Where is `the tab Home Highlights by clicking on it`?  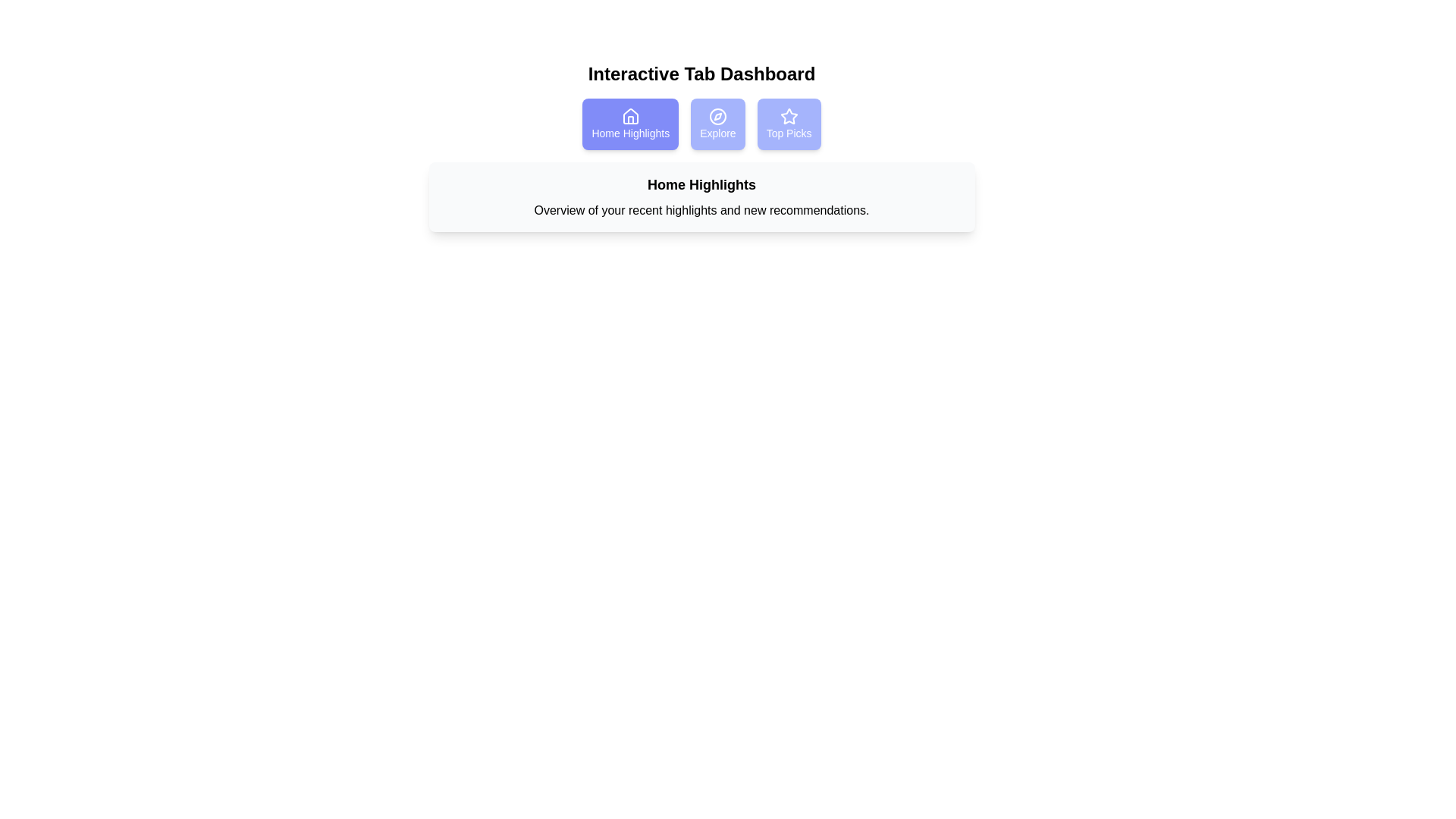 the tab Home Highlights by clicking on it is located at coordinates (630, 124).